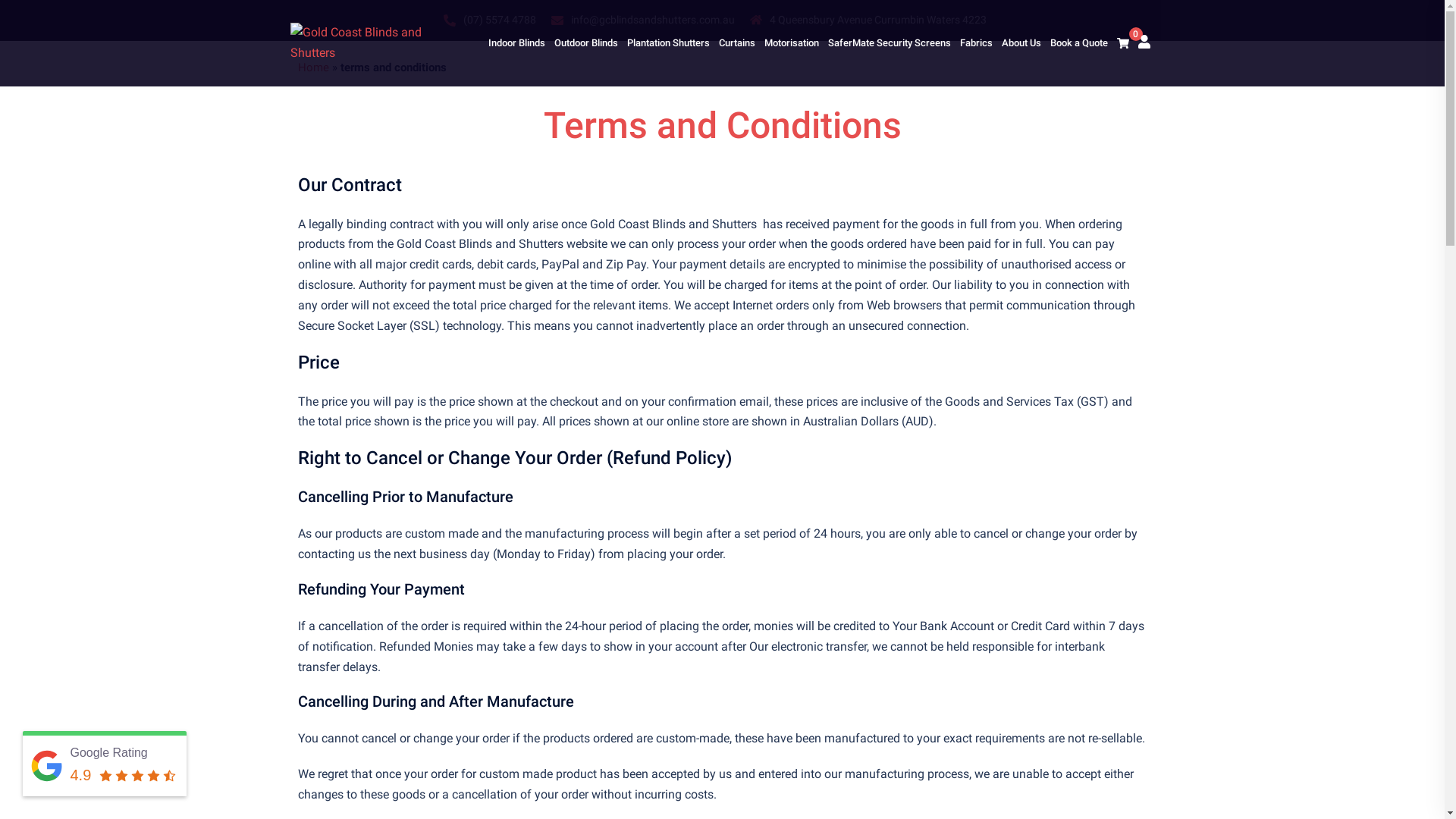  I want to click on 'Outdoor Blinds', so click(552, 42).